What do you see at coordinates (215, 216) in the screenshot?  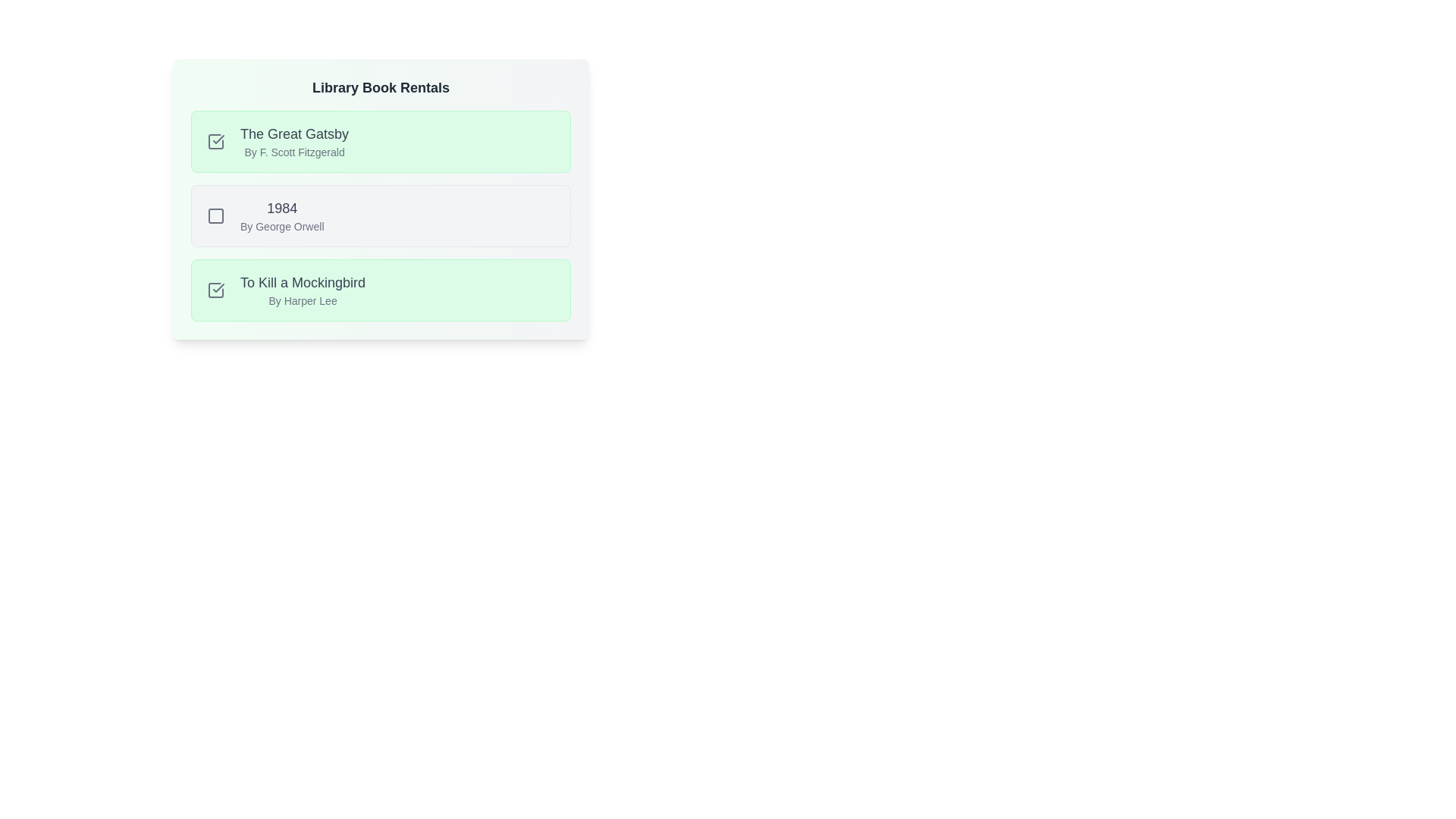 I see `the toggle button for 1984` at bounding box center [215, 216].